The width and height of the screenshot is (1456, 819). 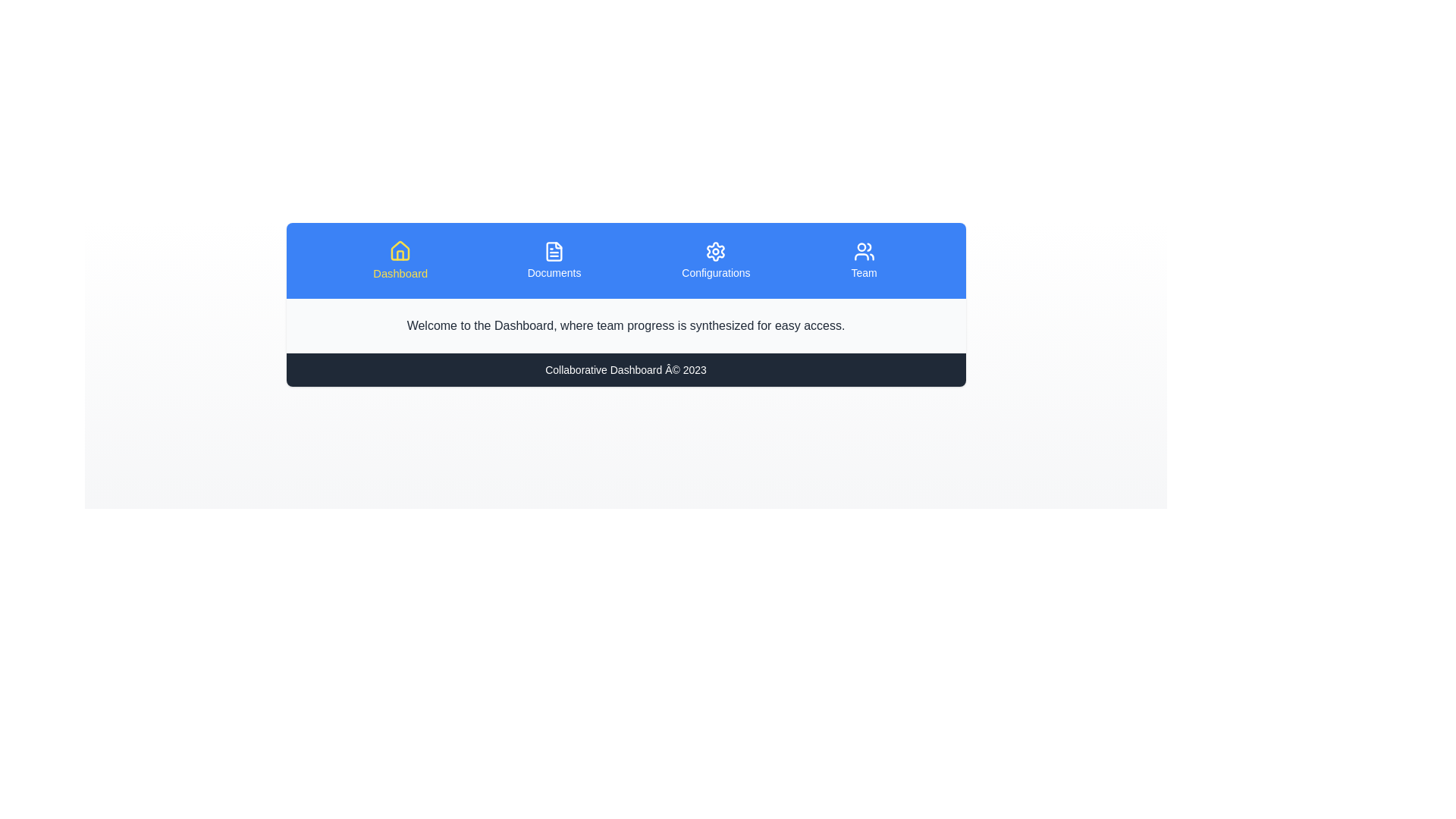 What do you see at coordinates (400, 259) in the screenshot?
I see `the tab labeled Dashboard` at bounding box center [400, 259].